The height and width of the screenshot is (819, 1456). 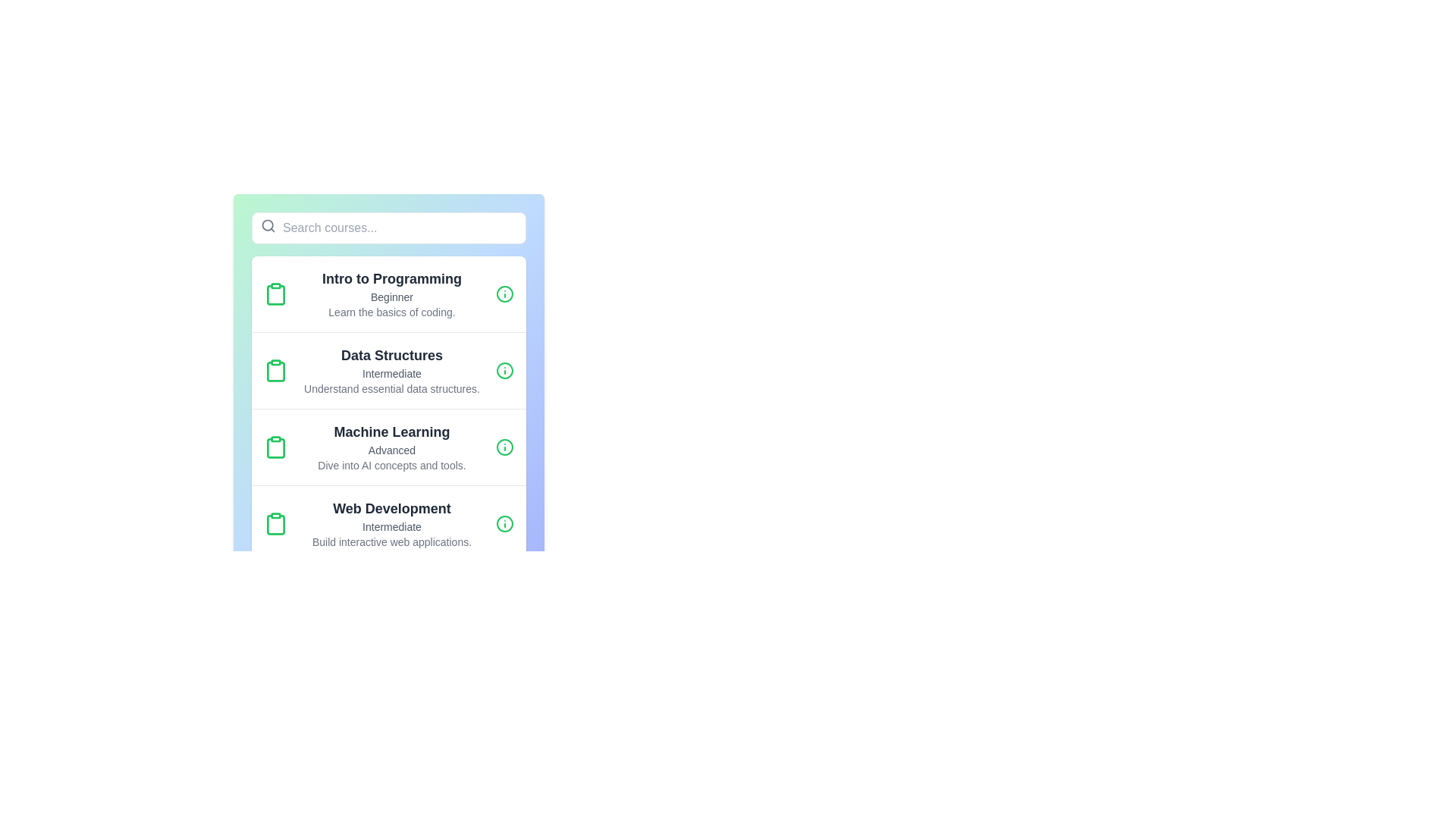 What do you see at coordinates (389, 446) in the screenshot?
I see `the interactive region of the Card component that presents an advanced course on machine learning, which is the third card in a vertical list of four items` at bounding box center [389, 446].